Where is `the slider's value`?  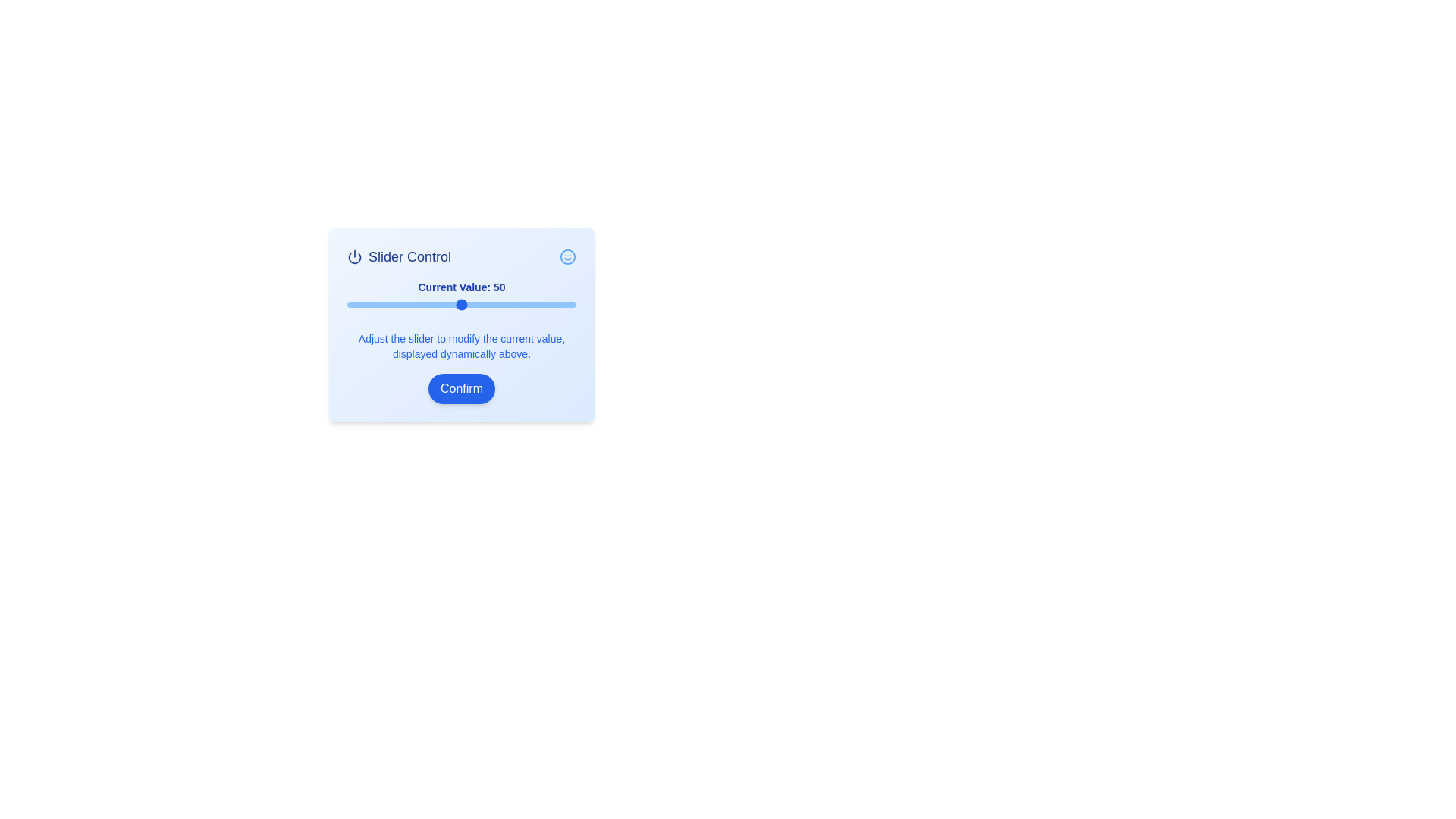
the slider's value is located at coordinates (494, 304).